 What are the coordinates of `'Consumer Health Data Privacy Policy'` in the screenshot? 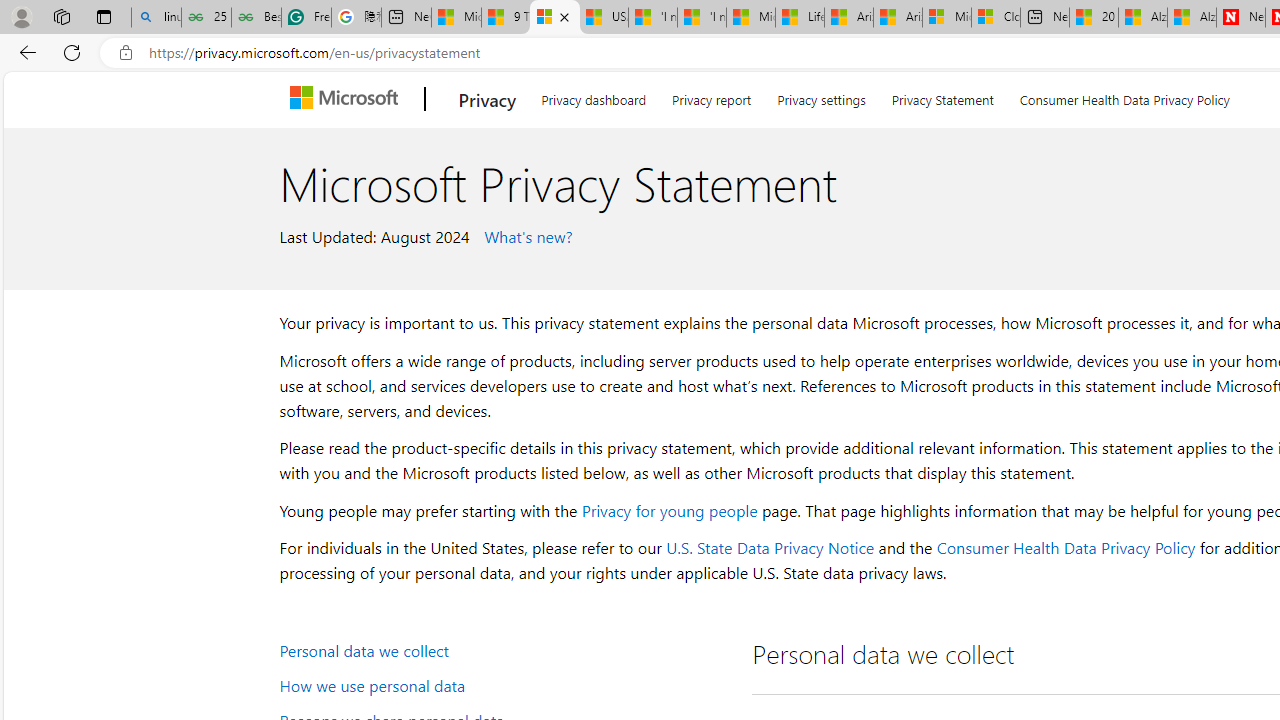 It's located at (1064, 547).